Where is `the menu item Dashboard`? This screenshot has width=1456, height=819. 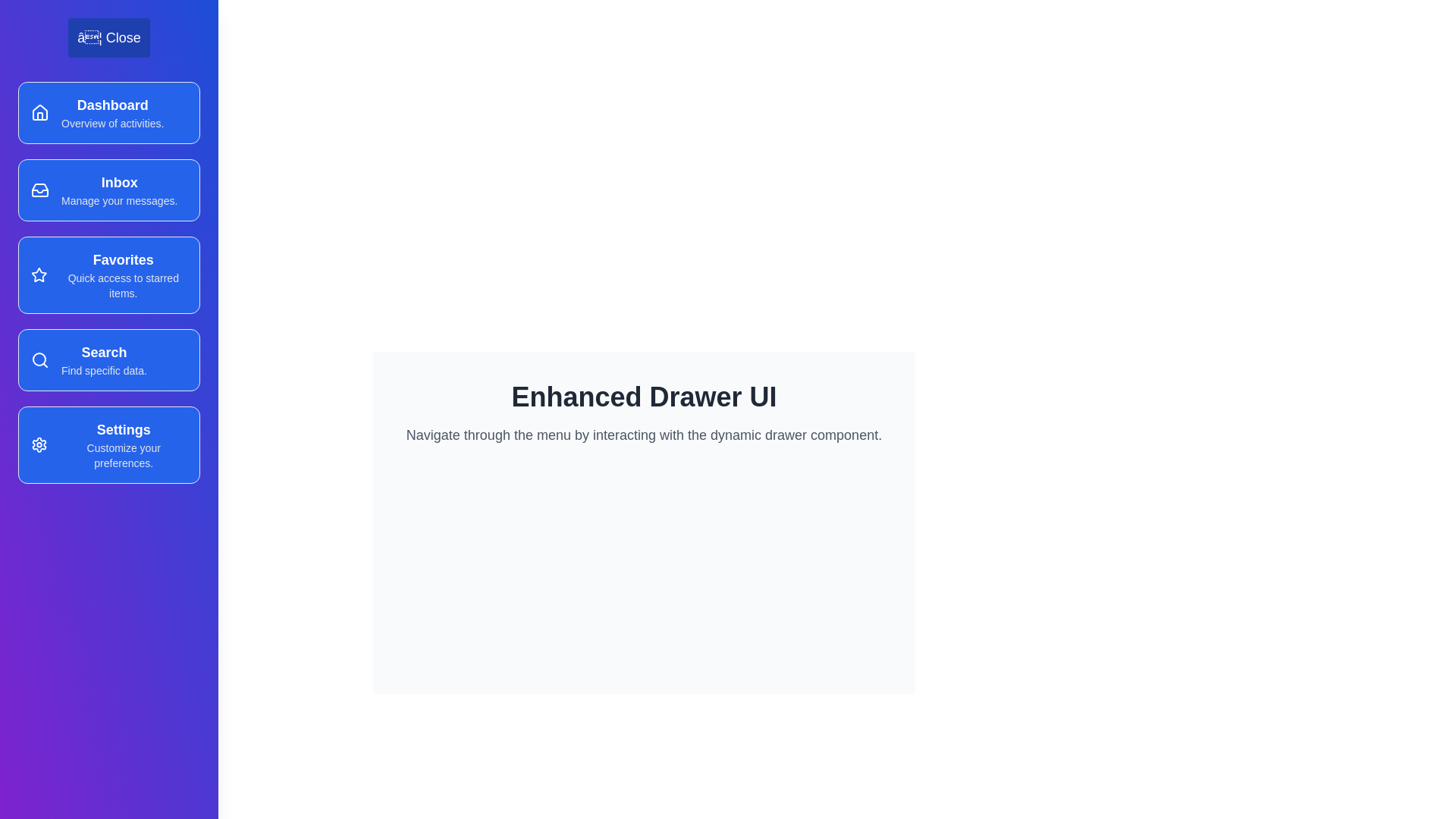 the menu item Dashboard is located at coordinates (108, 112).